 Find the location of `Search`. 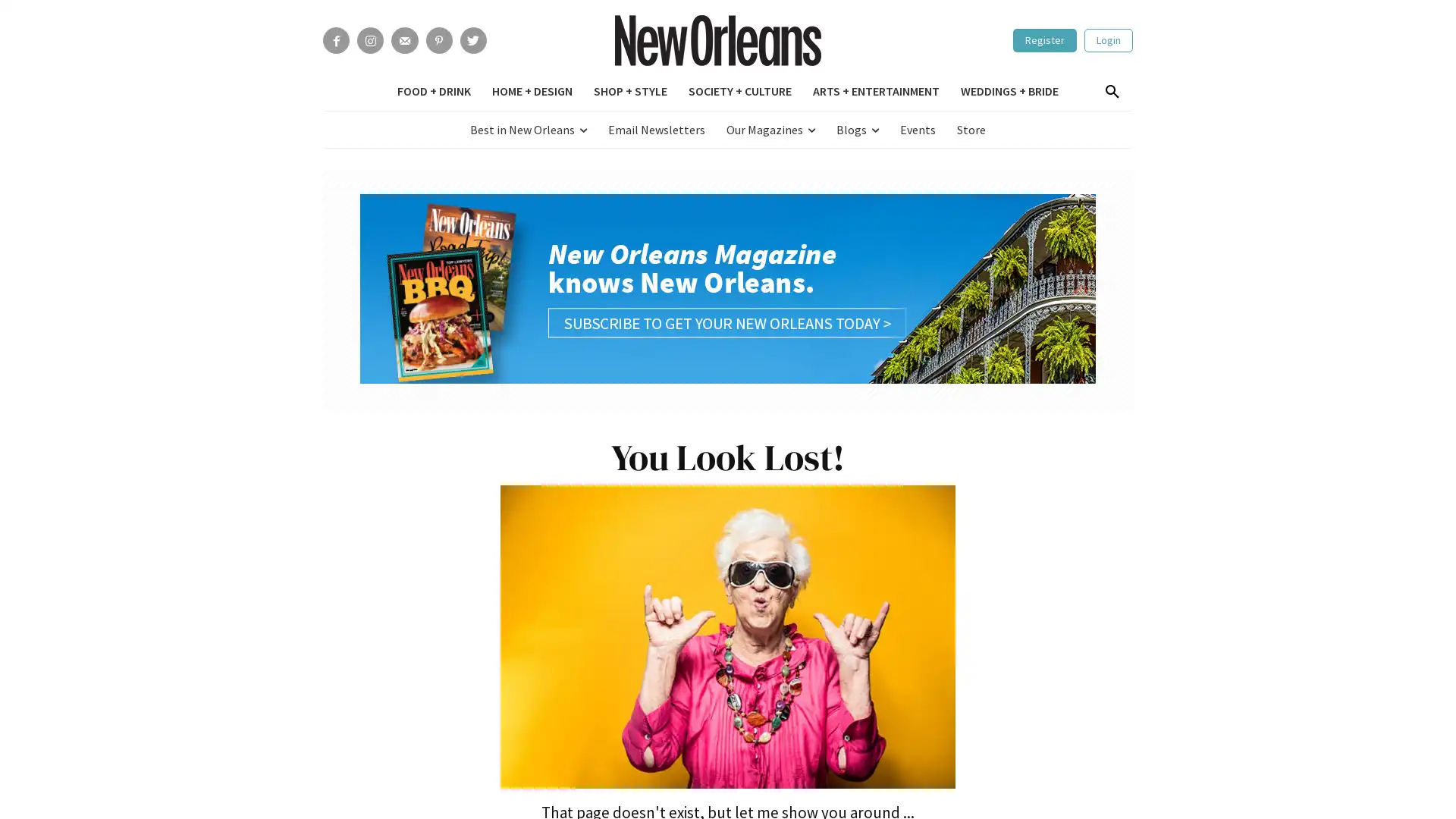

Search is located at coordinates (1111, 93).